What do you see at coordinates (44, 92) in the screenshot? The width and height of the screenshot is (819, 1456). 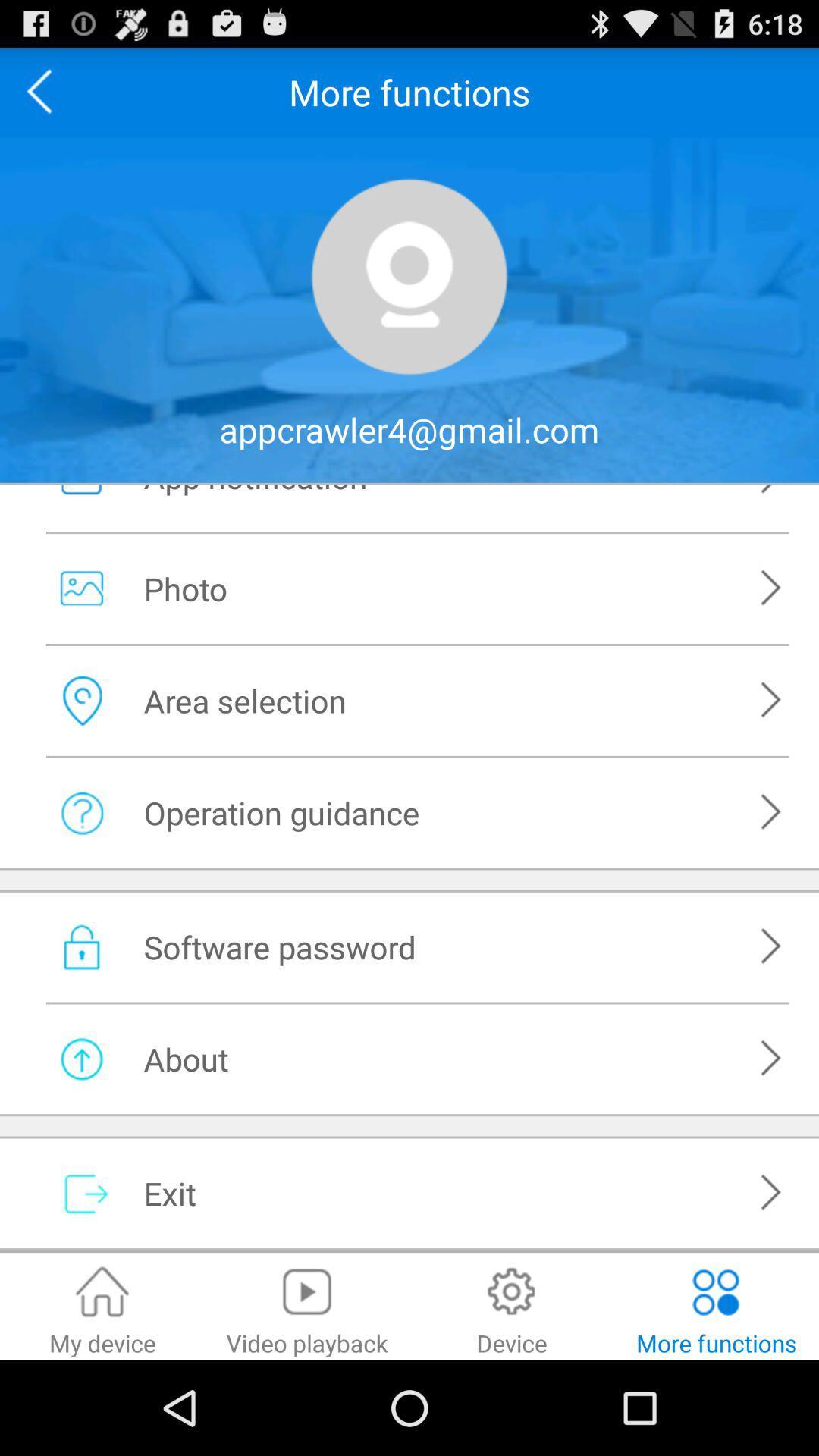 I see `previous` at bounding box center [44, 92].